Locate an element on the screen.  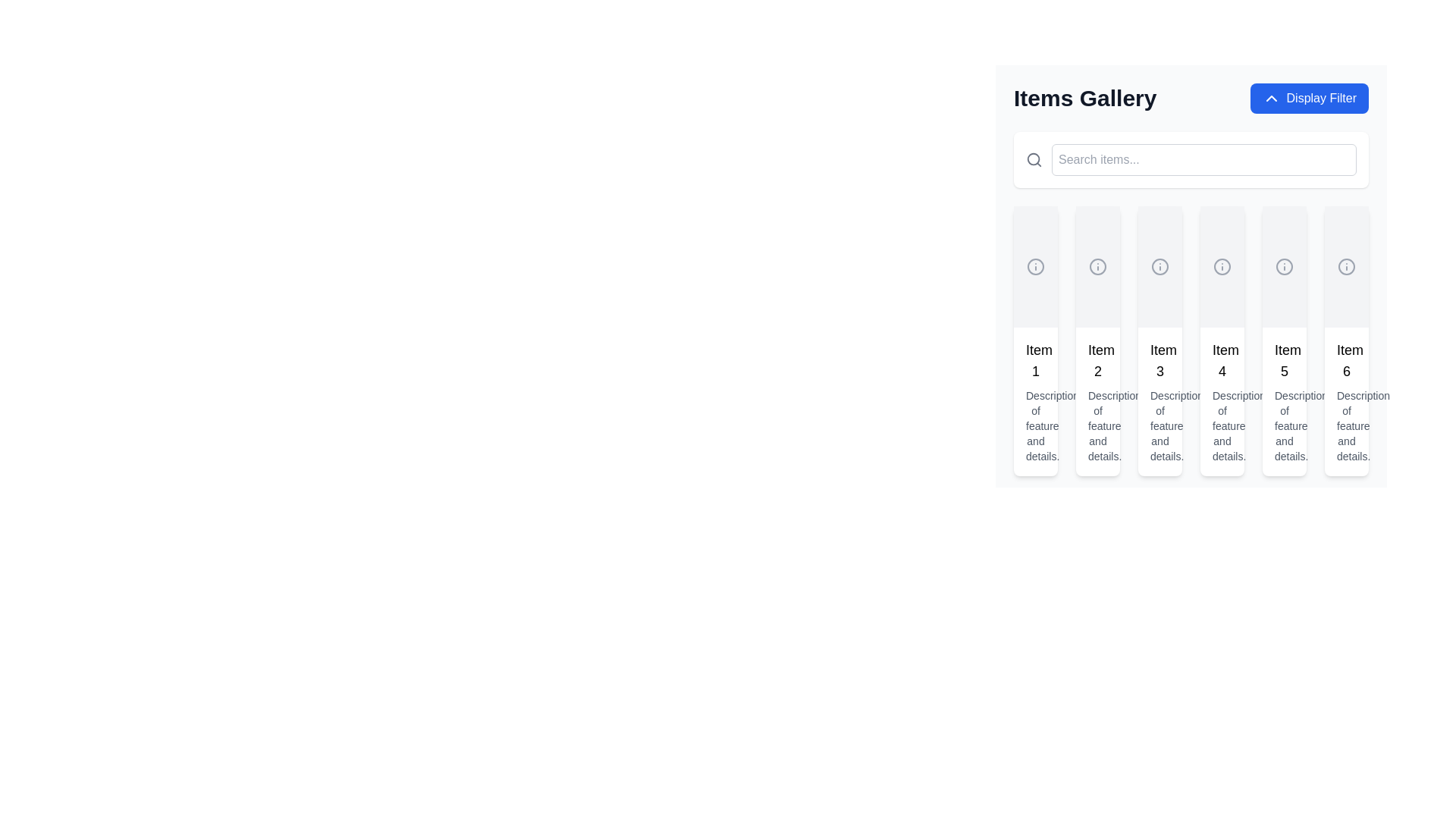
the decorative or informational icon located at the top of the card labeled 'Item 6' in the sixth column of the vertically stacked gallery layout is located at coordinates (1347, 265).